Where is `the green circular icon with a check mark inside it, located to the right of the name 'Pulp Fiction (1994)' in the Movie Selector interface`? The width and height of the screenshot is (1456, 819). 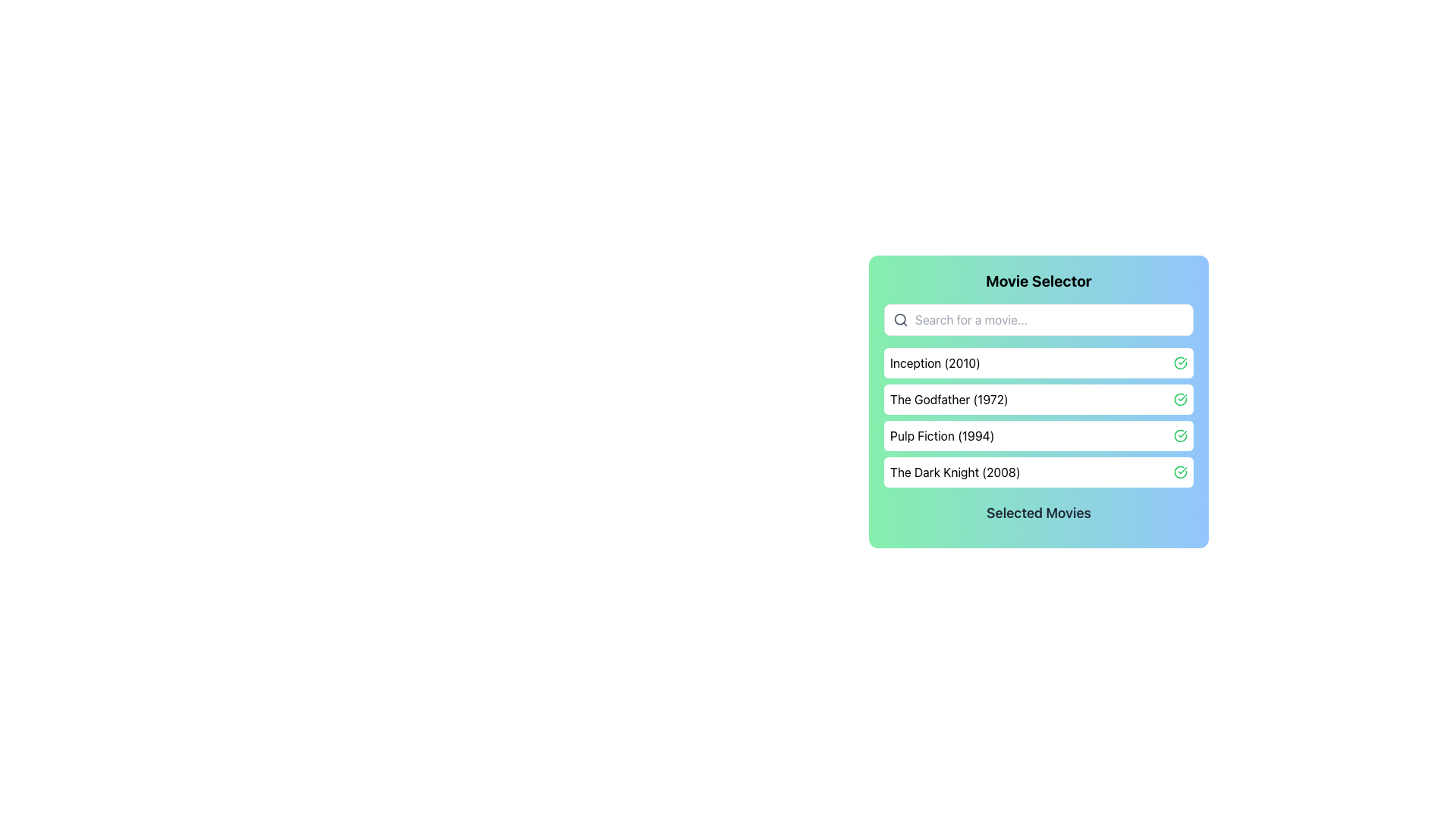
the green circular icon with a check mark inside it, located to the right of the name 'Pulp Fiction (1994)' in the Movie Selector interface is located at coordinates (1179, 435).